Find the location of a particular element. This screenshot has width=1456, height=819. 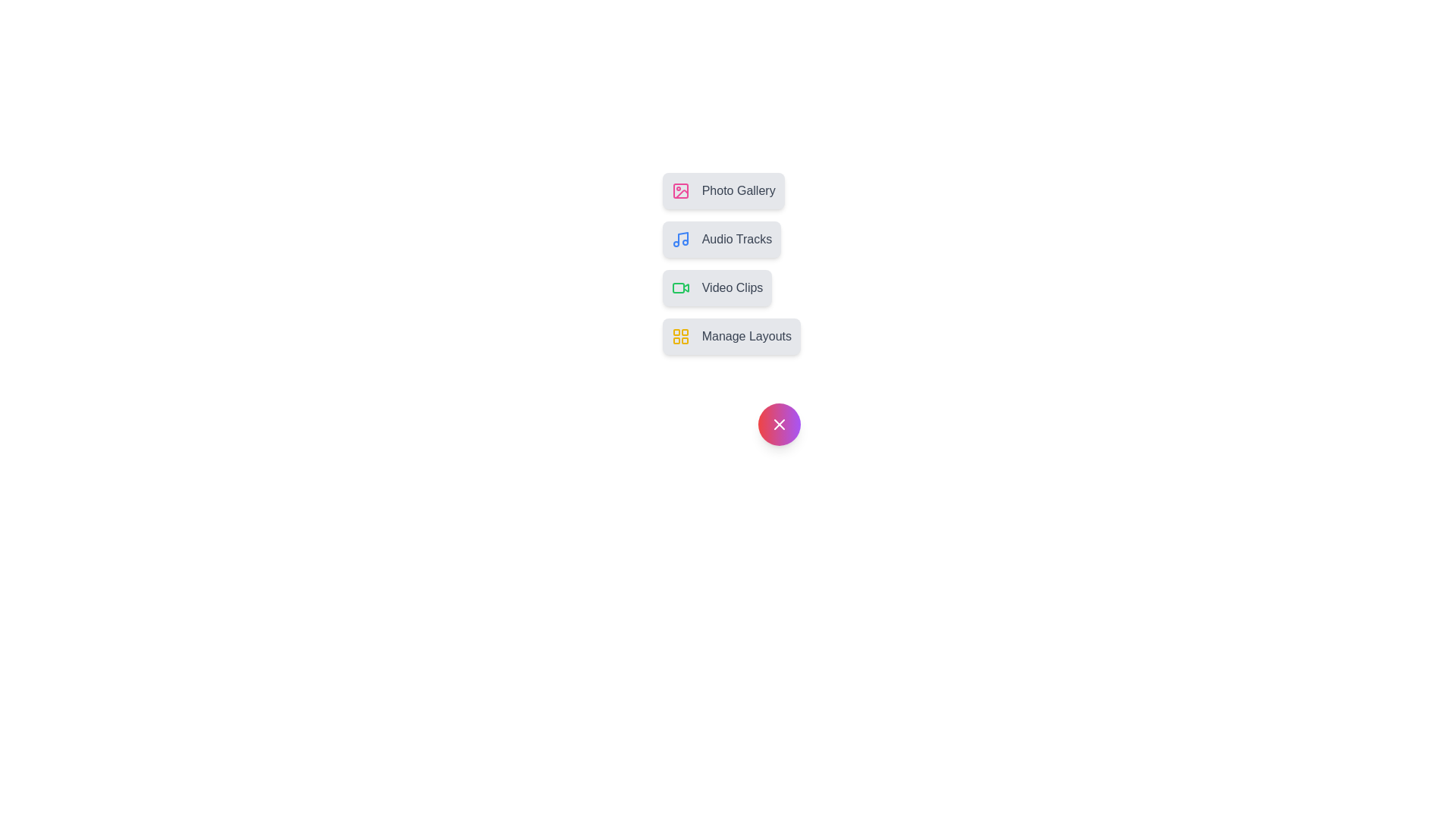

the interactive button with an icon and label, the first item in a vertical list is located at coordinates (723, 190).